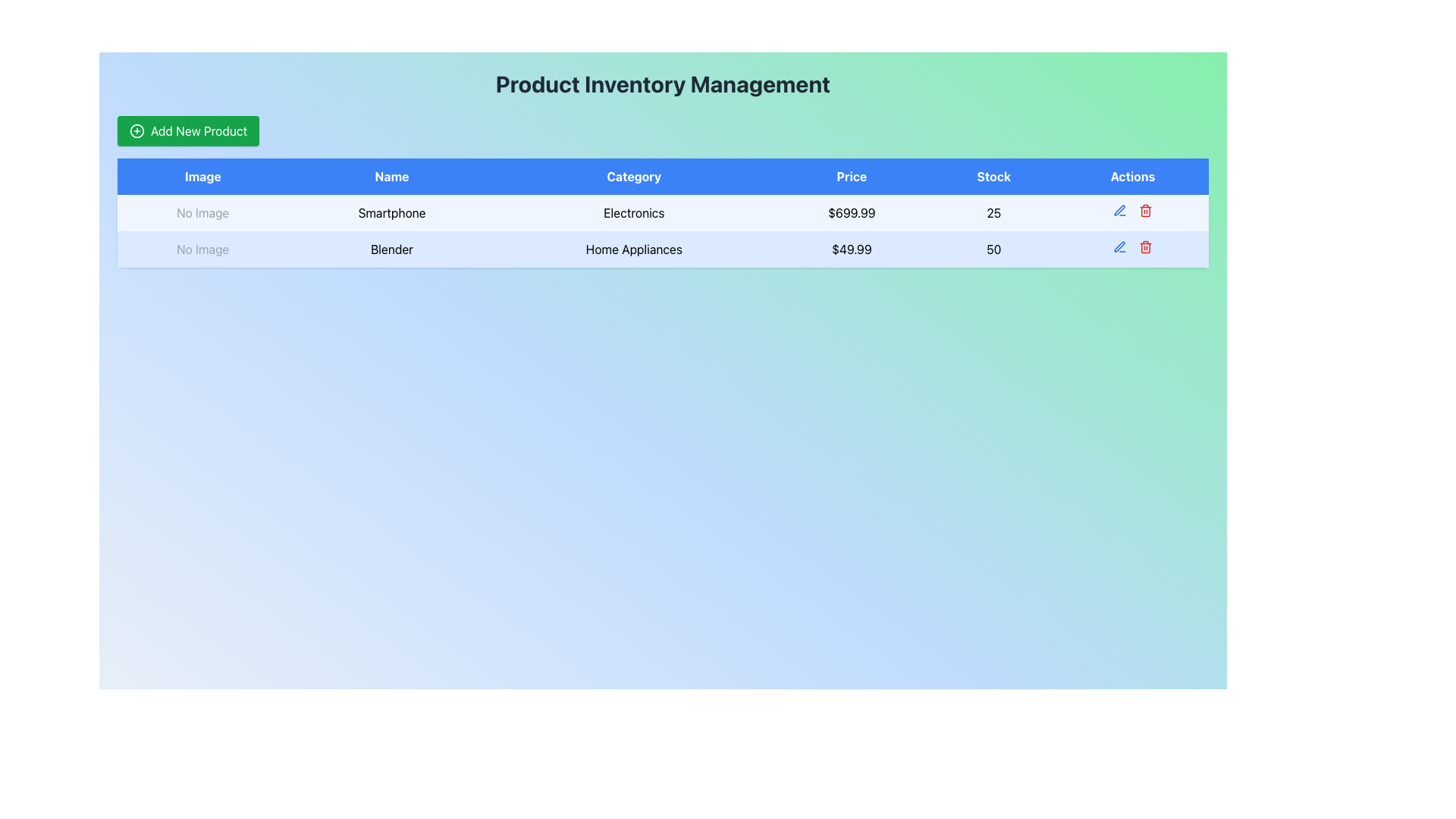 The width and height of the screenshot is (1456, 819). I want to click on the 'Name' header label in the table which is positioned between the 'Image' and 'Category' headers, so click(392, 175).